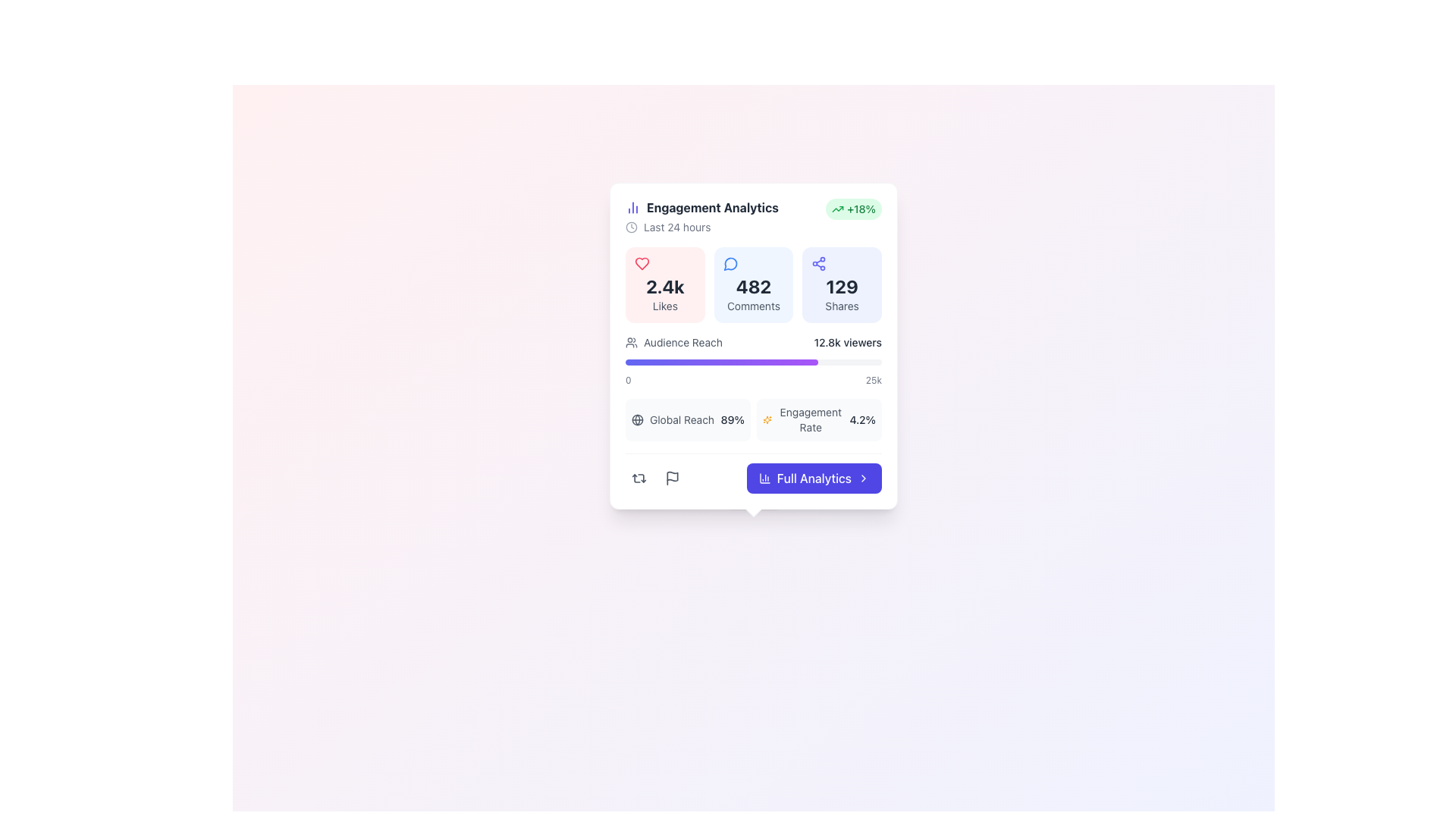  Describe the element at coordinates (632, 227) in the screenshot. I see `the circular clock icon located to the left of the text 'Last 24 hours' within the 'Engagement Analytics' card` at that location.